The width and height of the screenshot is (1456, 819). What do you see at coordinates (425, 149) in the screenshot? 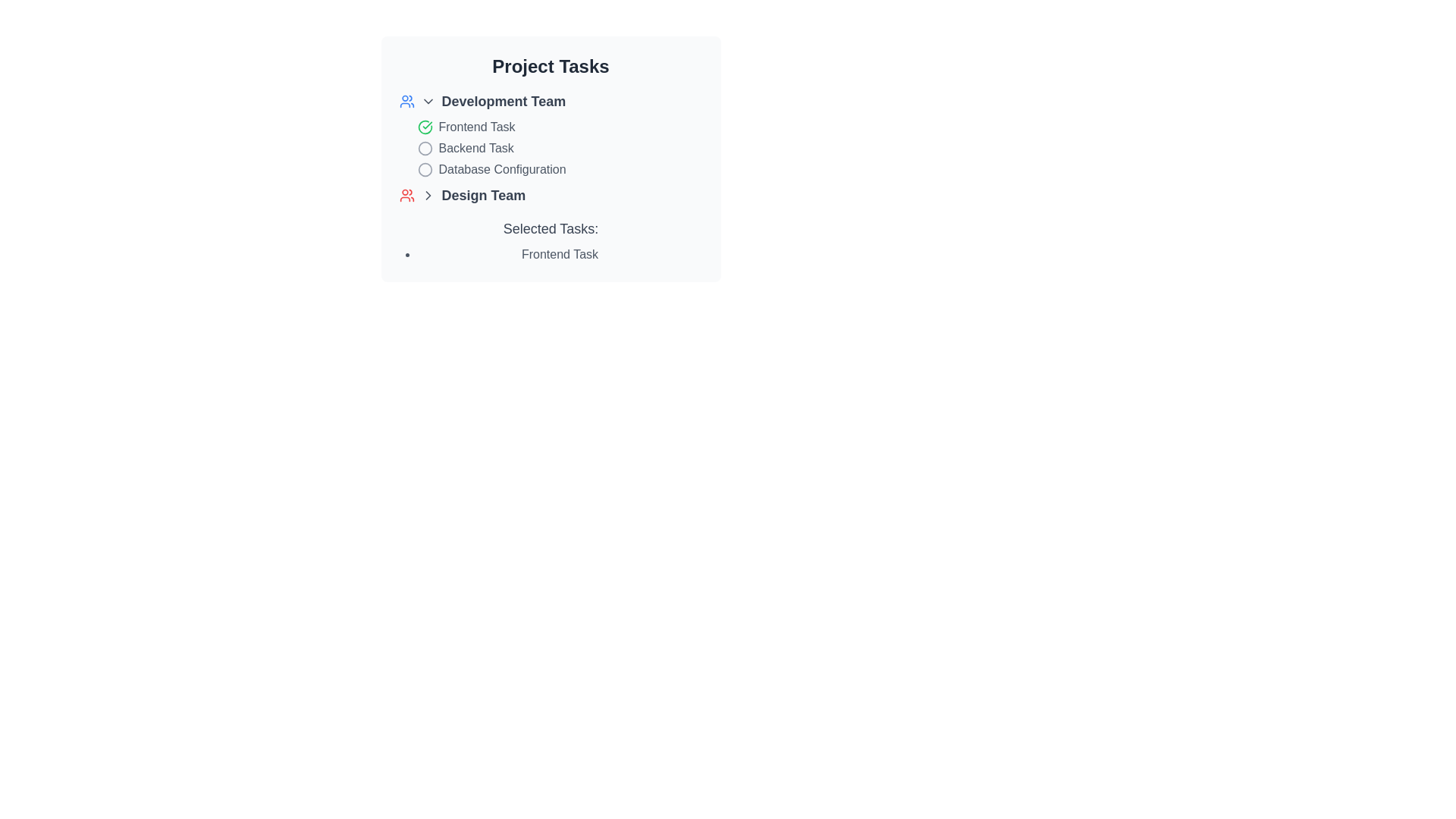
I see `the circular SVG icon with a gray outline located before the text label 'Backend Task' in the 'Development Team' section` at bounding box center [425, 149].